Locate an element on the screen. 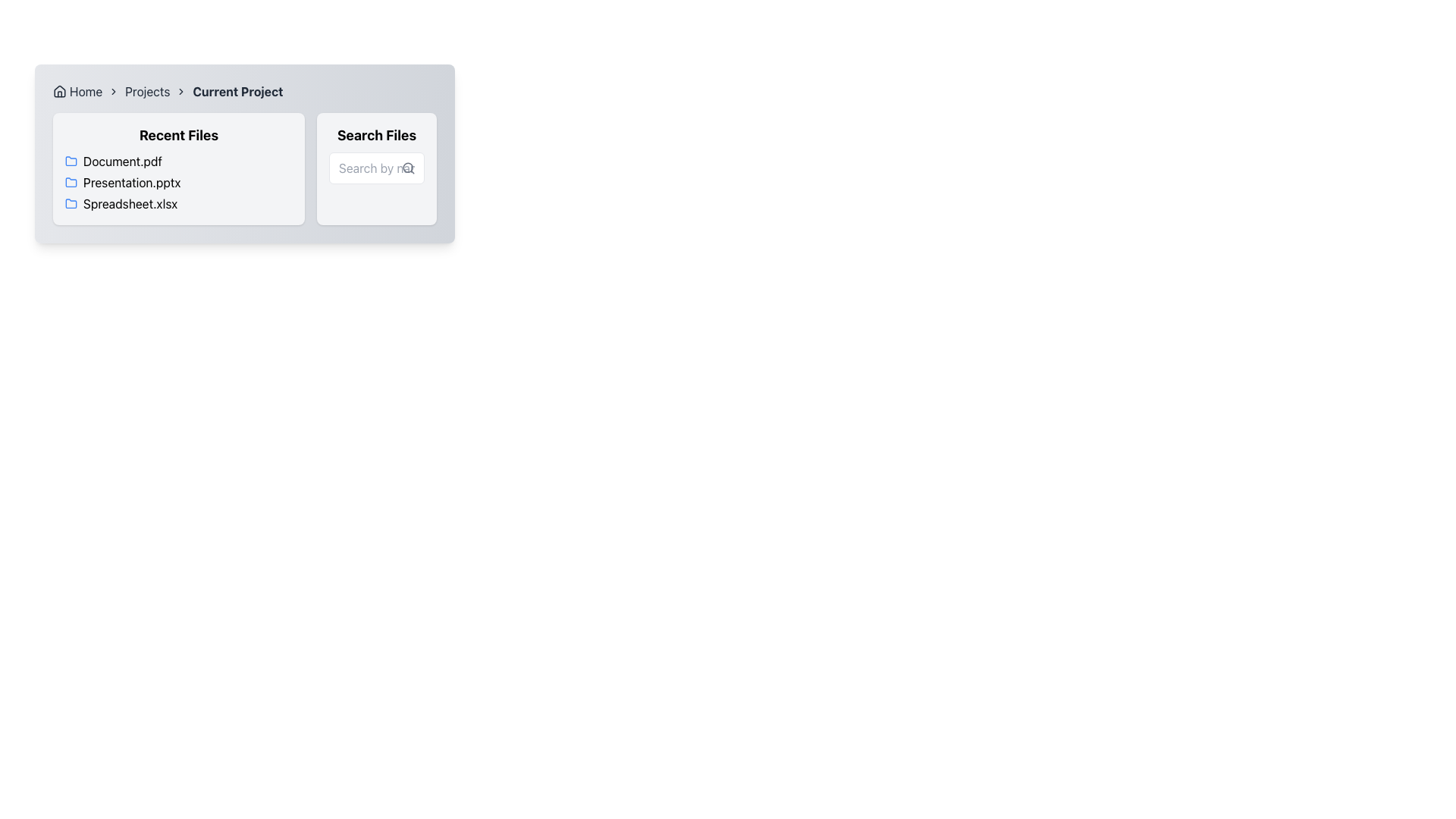 The width and height of the screenshot is (1456, 819). the text label representing the filename in the 'Recent Files' section, which is the first item in the vertical list next to a blue folder icon is located at coordinates (123, 161).